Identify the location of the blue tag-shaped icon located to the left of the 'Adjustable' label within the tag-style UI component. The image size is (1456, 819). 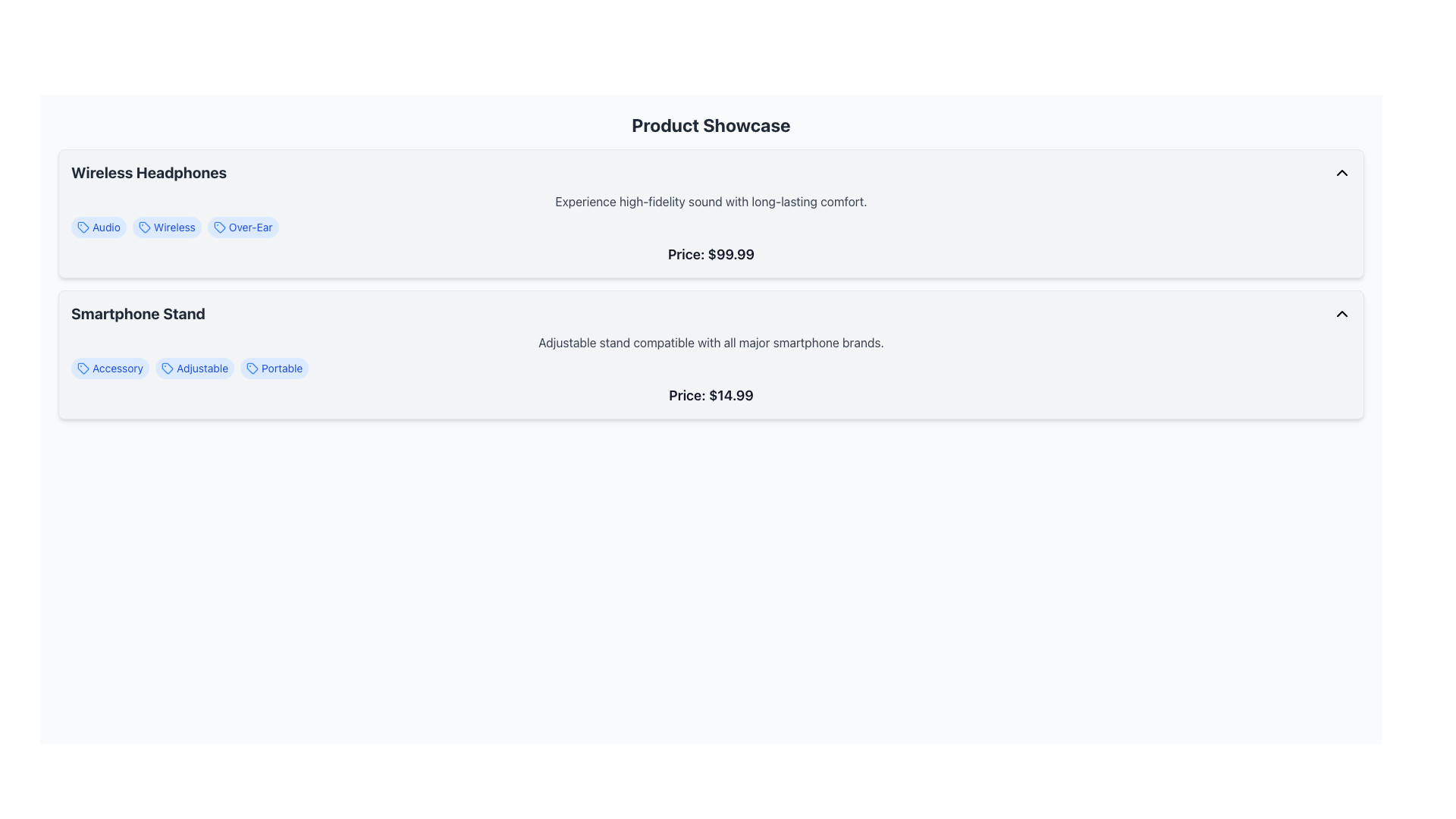
(168, 369).